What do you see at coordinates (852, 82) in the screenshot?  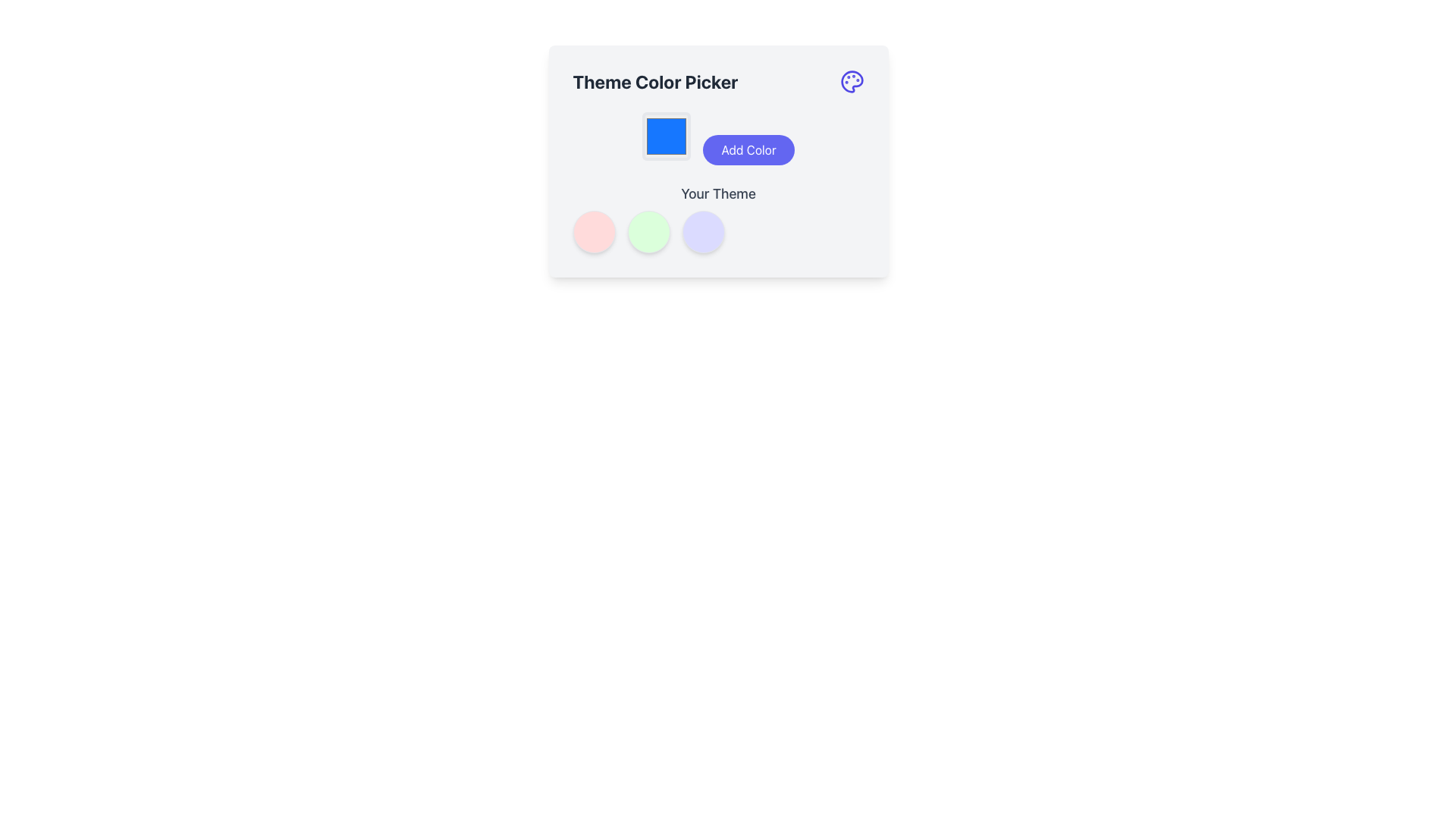 I see `the main body of the graphical icon resembling a palette shape, which is part of a collection of graphical elements in the top-right corner of the interface card` at bounding box center [852, 82].